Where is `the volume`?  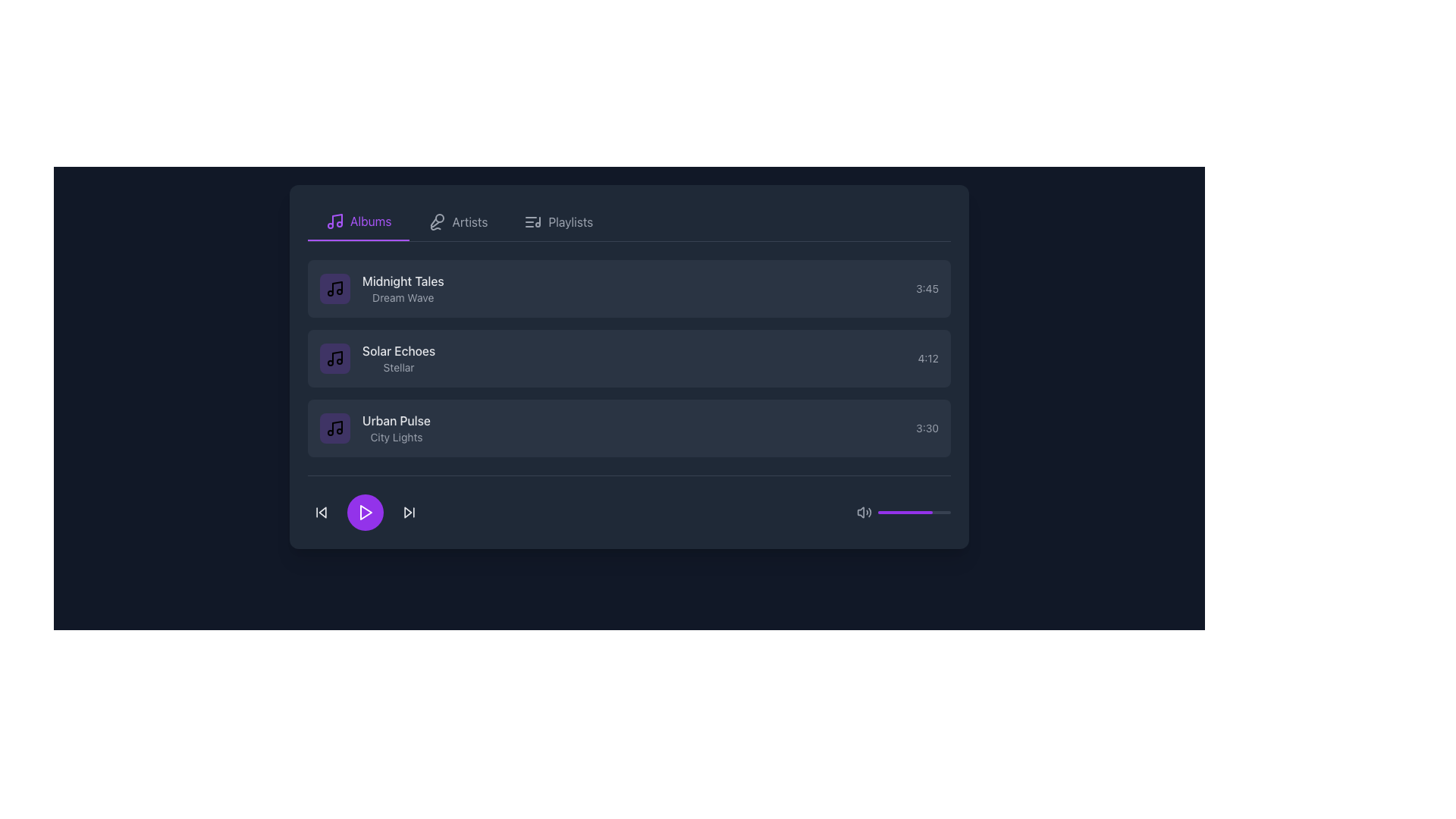 the volume is located at coordinates (883, 512).